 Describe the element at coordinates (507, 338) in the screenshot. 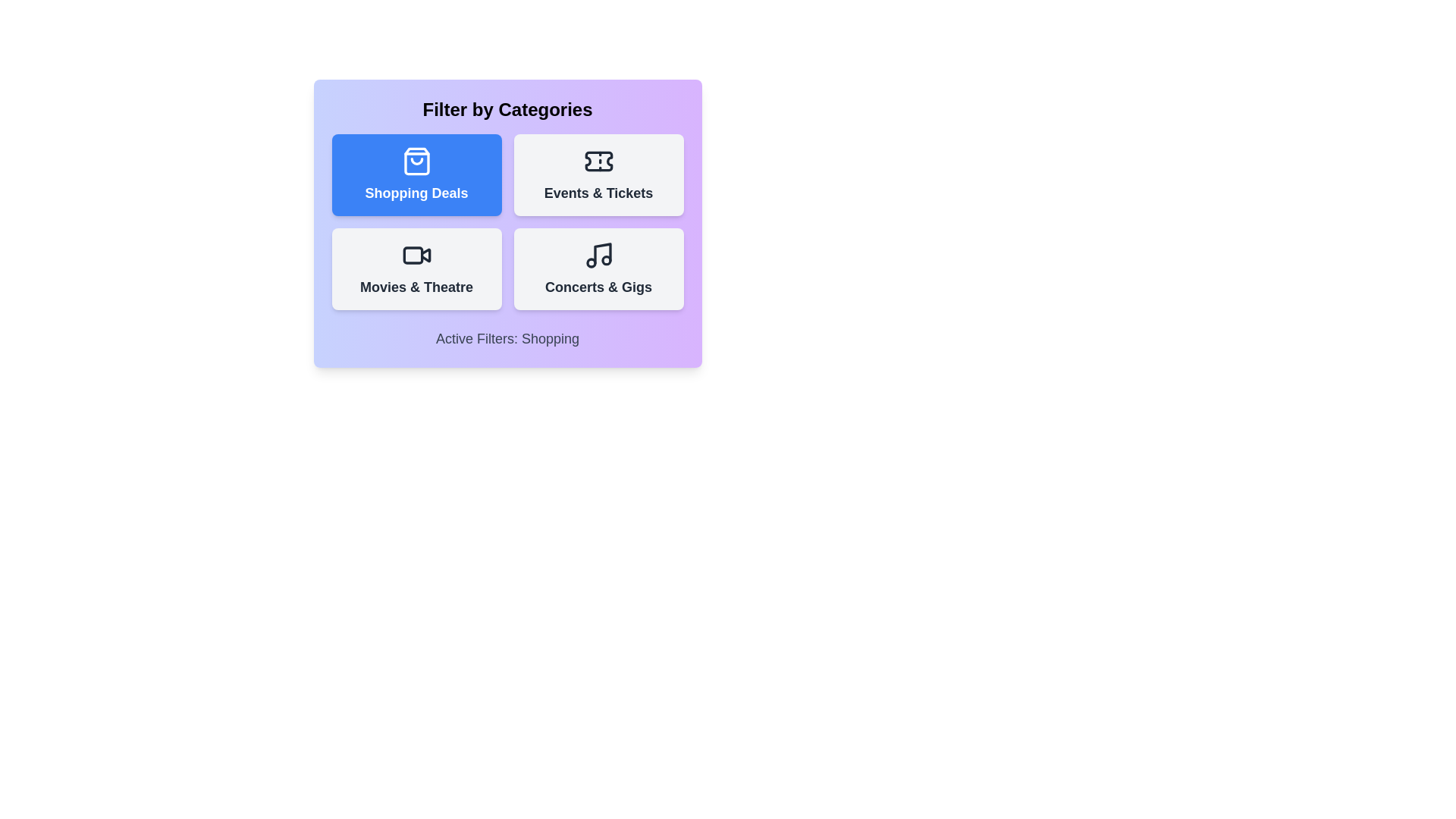

I see `the text of the element displaying the active filters at the bottom of the component` at that location.